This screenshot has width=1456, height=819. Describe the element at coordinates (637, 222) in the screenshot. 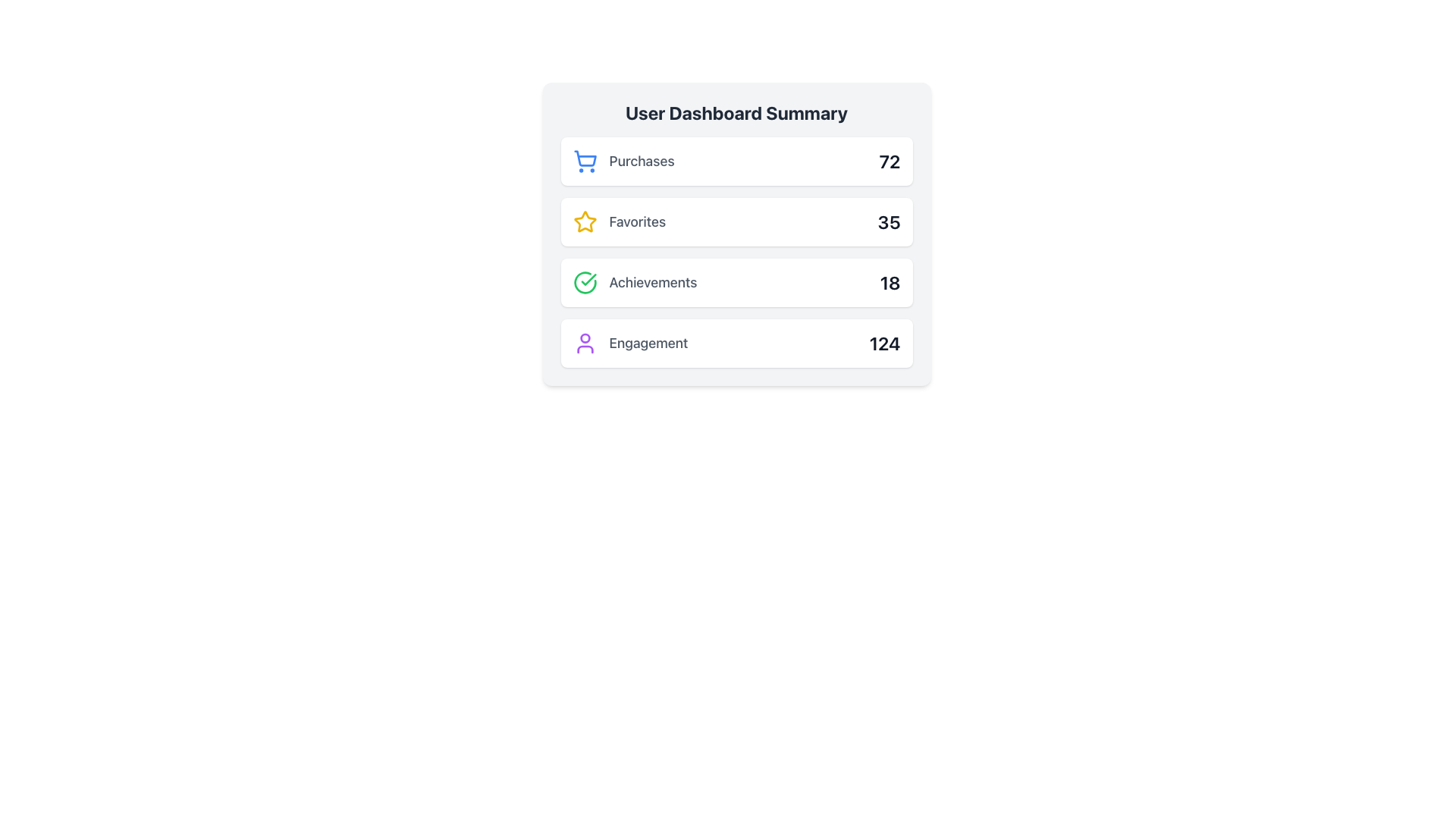

I see `the 'Favorites' text label located in the second row of the User Dashboard Summary section, which describes the associated data or metric shown to its right` at that location.